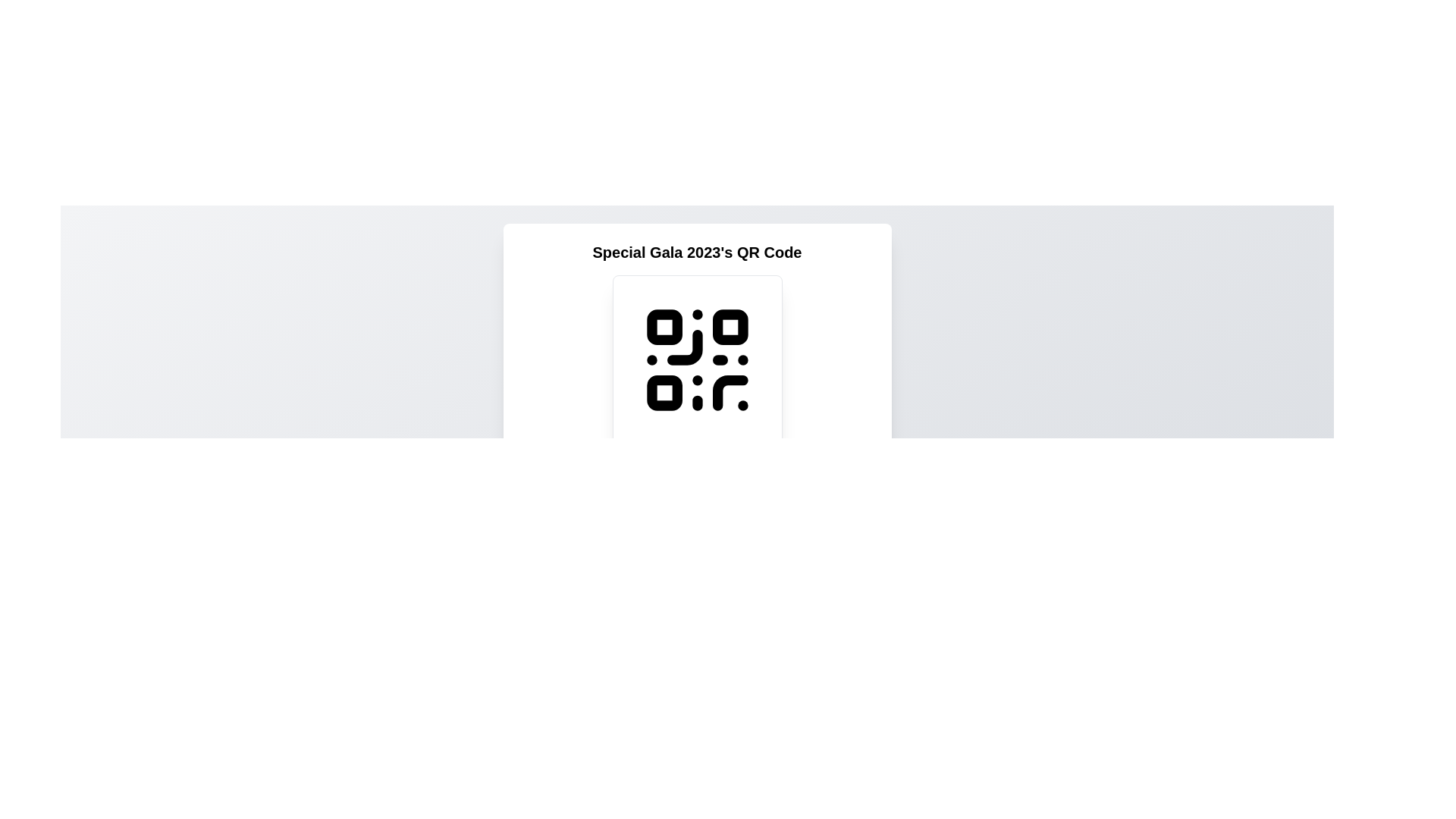  I want to click on the structural pattern element located in the top-left corner of the QR code, contributing to its scannability and integrity, if interaction is supported, so click(664, 326).